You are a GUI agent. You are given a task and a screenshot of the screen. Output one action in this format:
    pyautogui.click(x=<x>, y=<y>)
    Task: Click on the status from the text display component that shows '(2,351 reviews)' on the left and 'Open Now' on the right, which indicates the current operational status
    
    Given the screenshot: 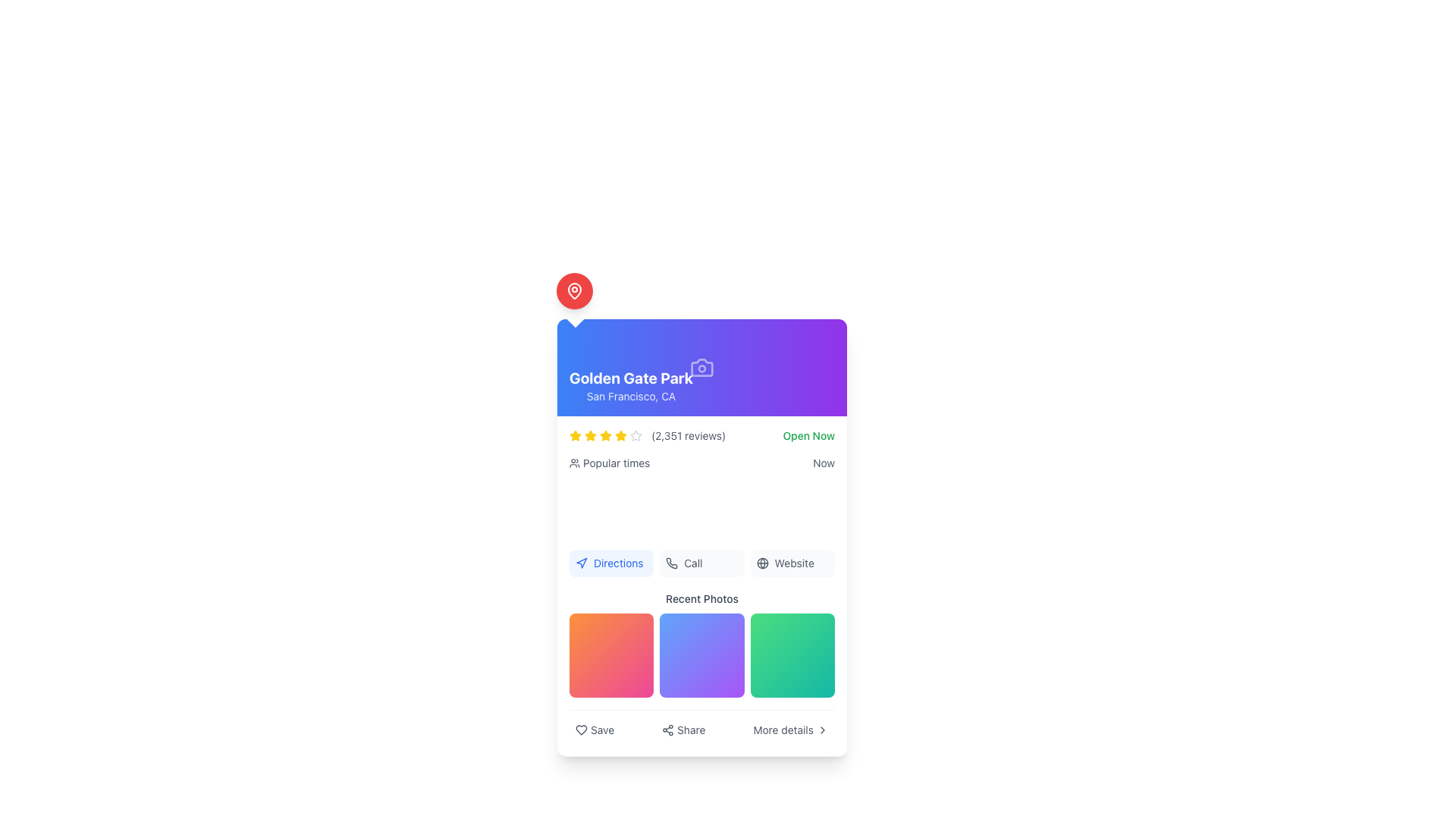 What is the action you would take?
    pyautogui.click(x=701, y=435)
    